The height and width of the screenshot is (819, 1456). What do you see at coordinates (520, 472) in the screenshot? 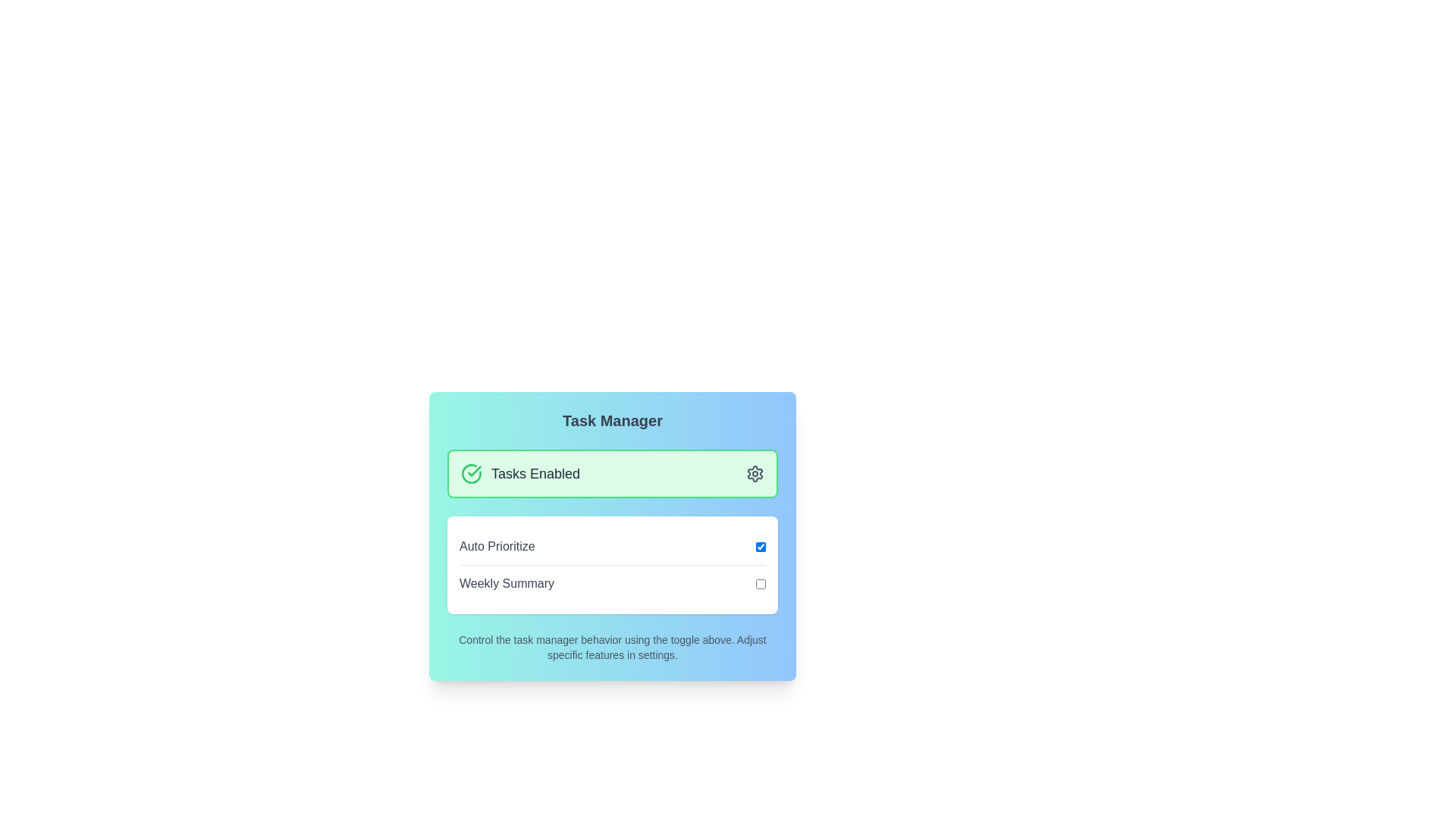
I see `the 'Tasks Enabled' label with the green checkmark icon, located in the top section of the rounded green box in the 'Task Manager' section` at bounding box center [520, 472].